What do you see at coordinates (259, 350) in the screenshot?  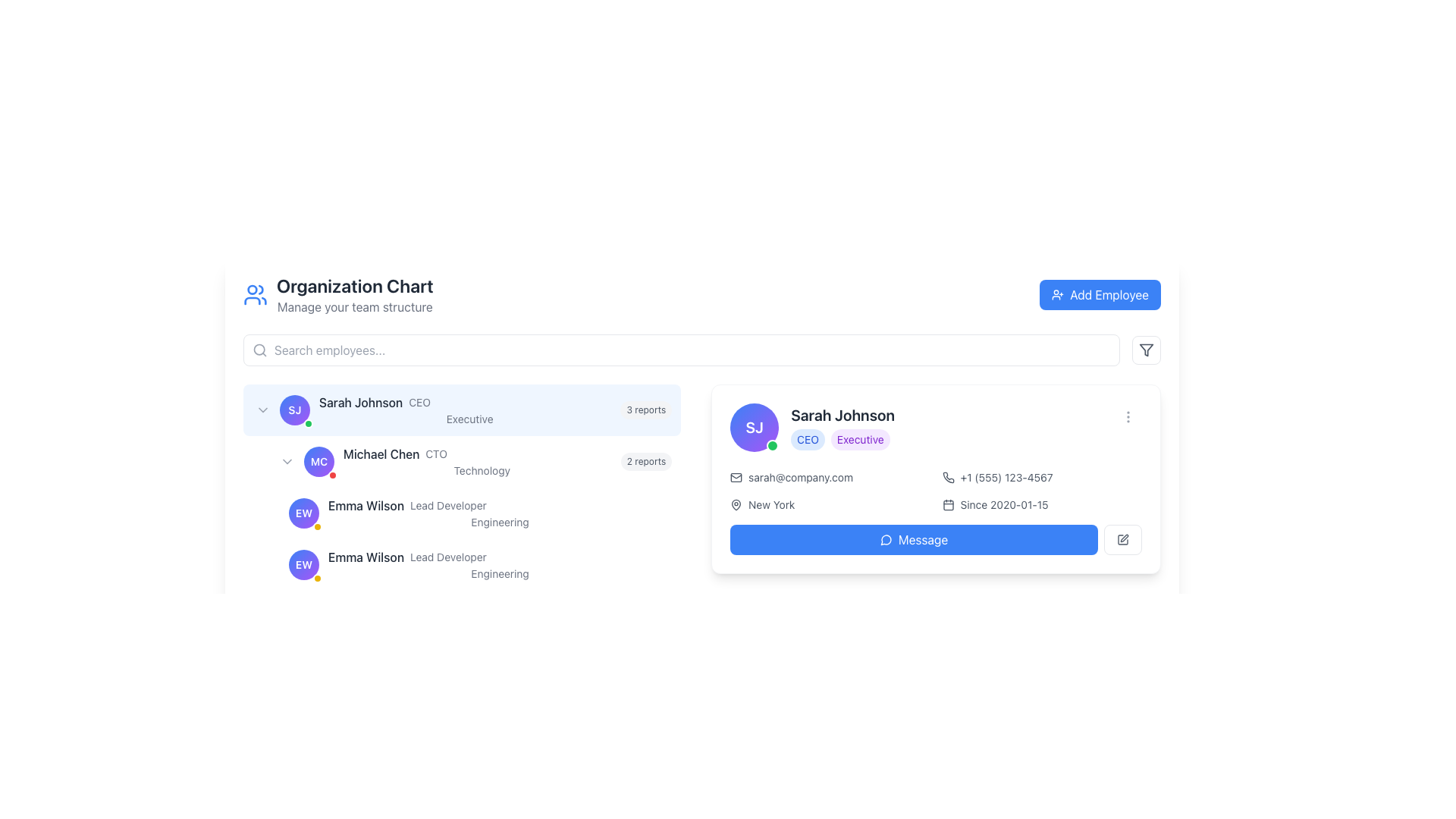 I see `the circular SVG element that is part of the search icon located near the upper left of the interface` at bounding box center [259, 350].